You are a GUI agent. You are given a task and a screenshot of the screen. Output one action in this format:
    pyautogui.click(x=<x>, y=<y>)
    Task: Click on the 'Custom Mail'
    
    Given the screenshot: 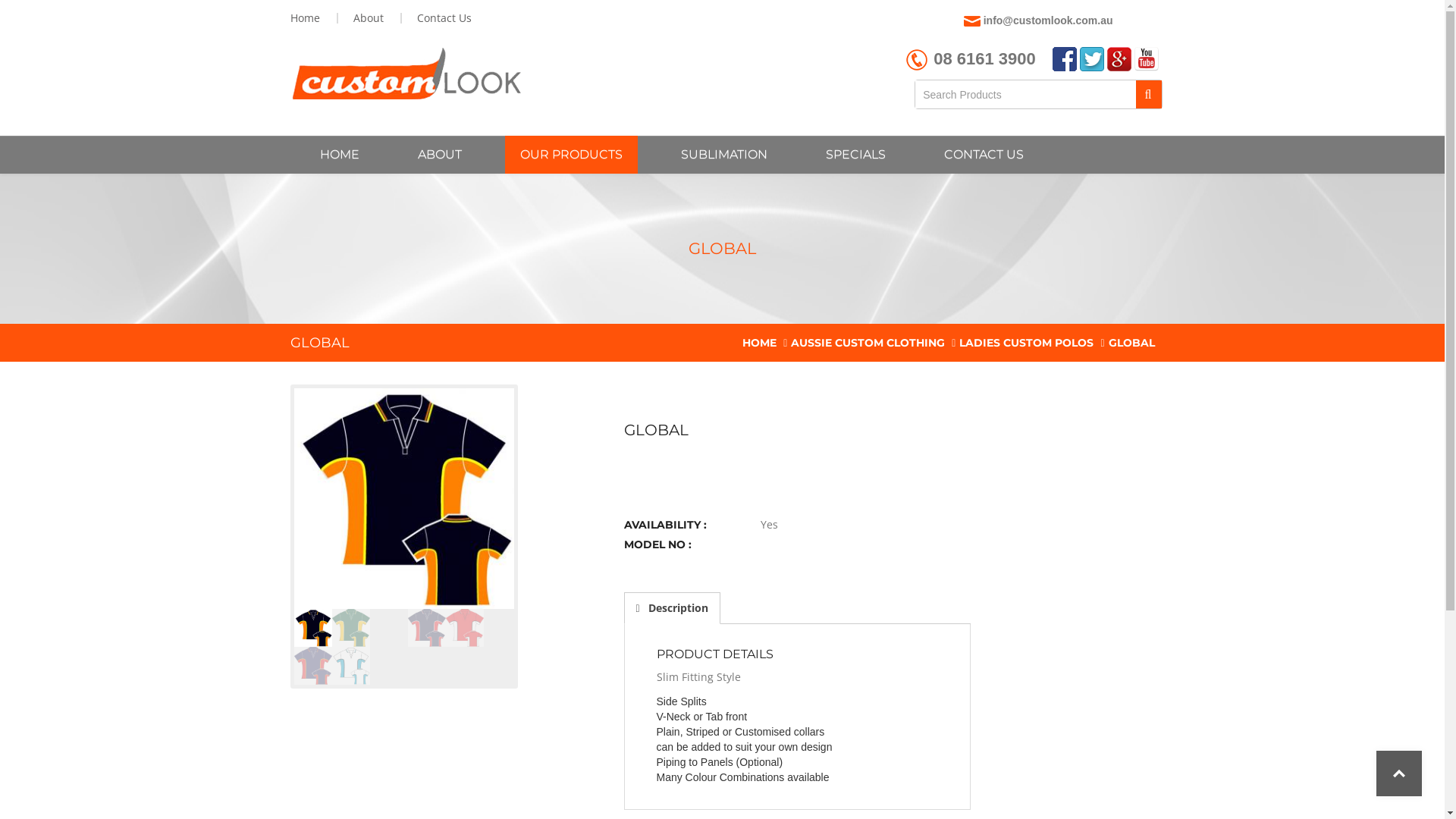 What is the action you would take?
    pyautogui.click(x=971, y=20)
    